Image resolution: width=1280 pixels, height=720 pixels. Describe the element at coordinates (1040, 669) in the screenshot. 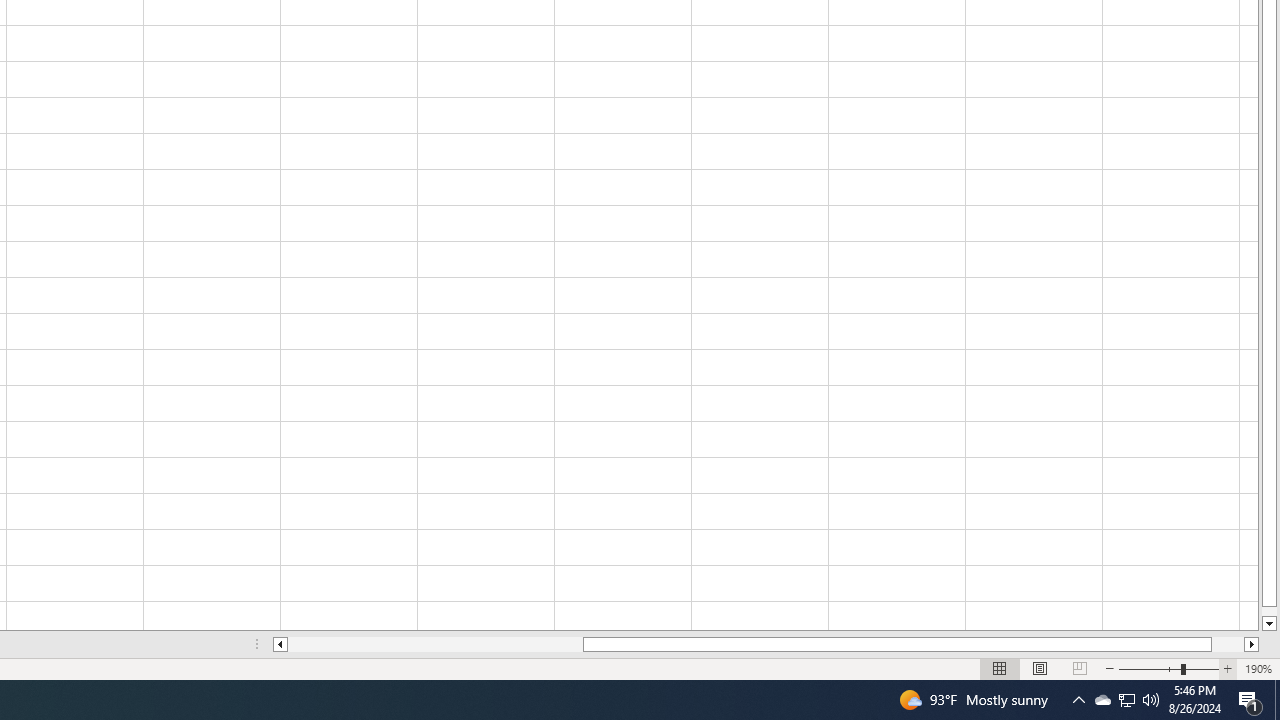

I see `'Page Layout'` at that location.